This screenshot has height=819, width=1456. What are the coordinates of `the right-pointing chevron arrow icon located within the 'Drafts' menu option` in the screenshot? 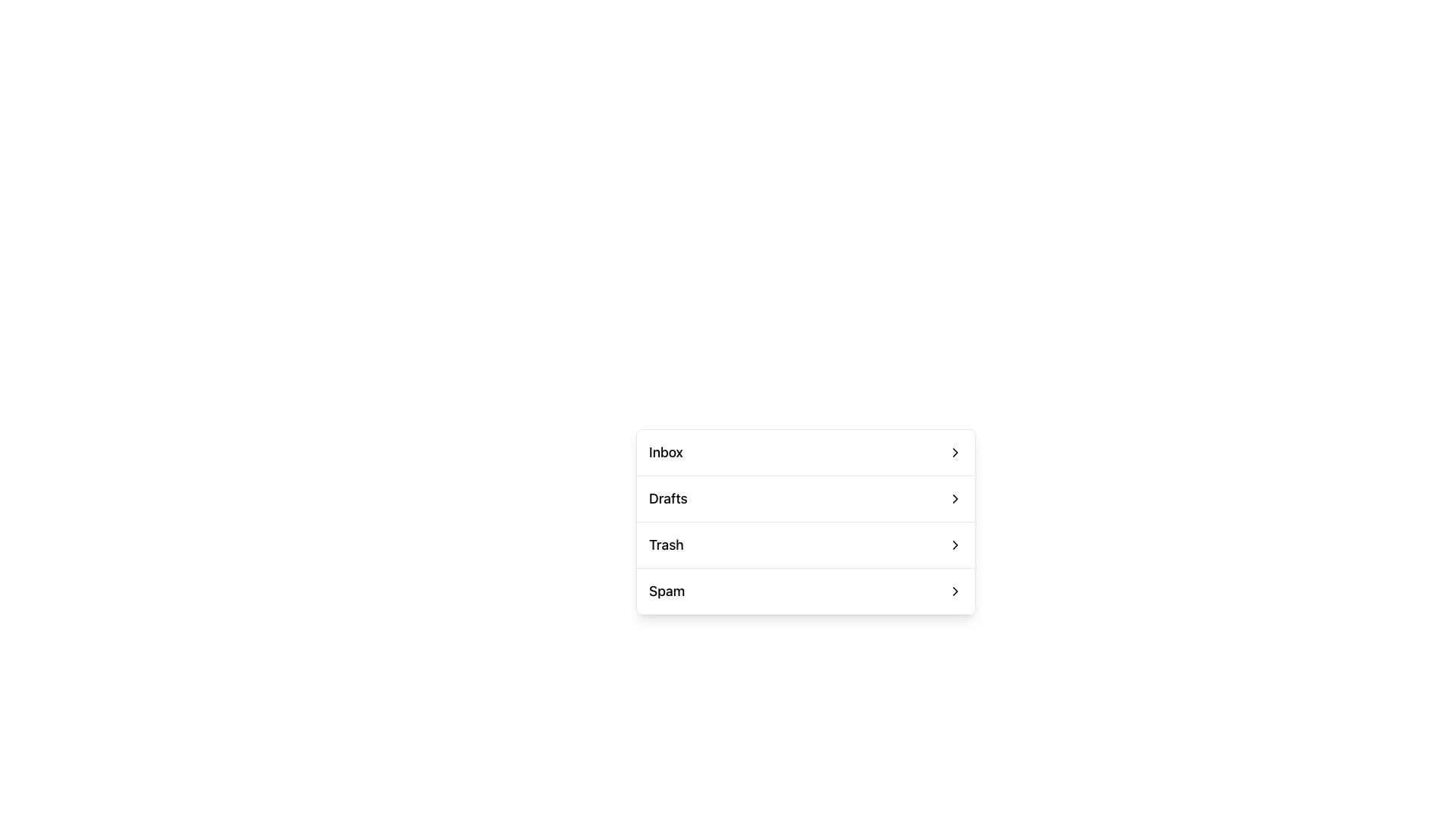 It's located at (954, 499).